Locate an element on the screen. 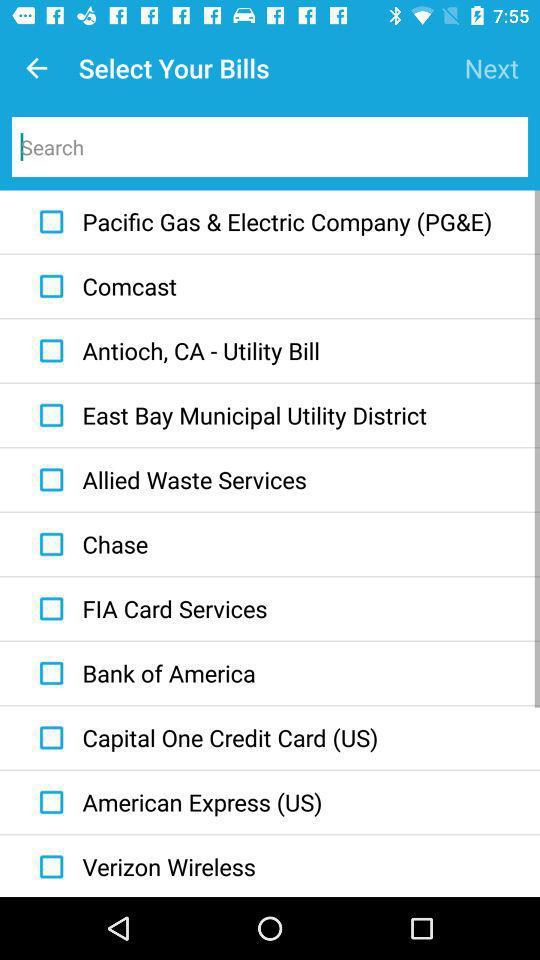  search is located at coordinates (270, 145).